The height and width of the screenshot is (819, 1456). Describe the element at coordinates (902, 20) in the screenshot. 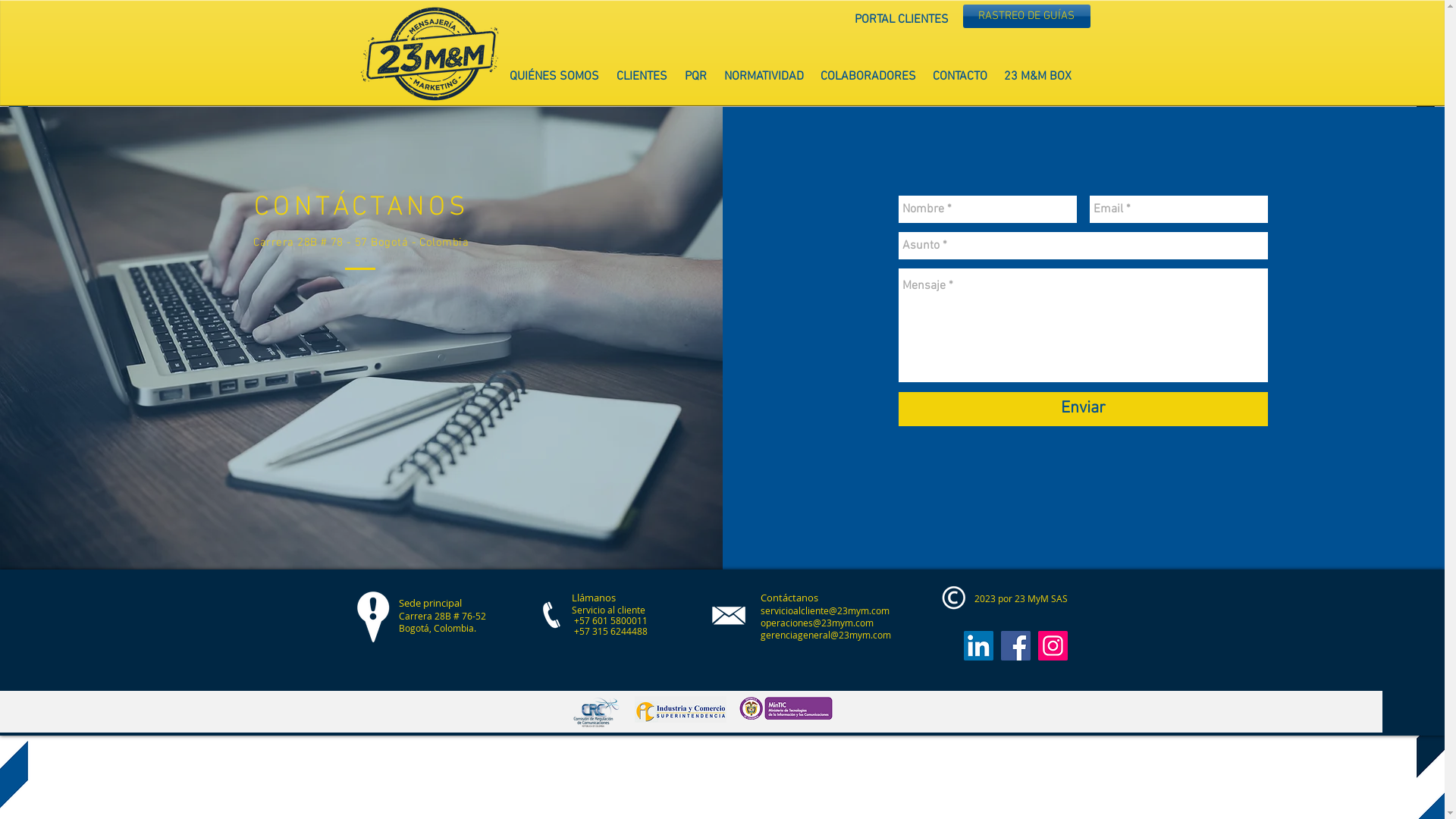

I see `'PORTAL CLIENTES'` at that location.